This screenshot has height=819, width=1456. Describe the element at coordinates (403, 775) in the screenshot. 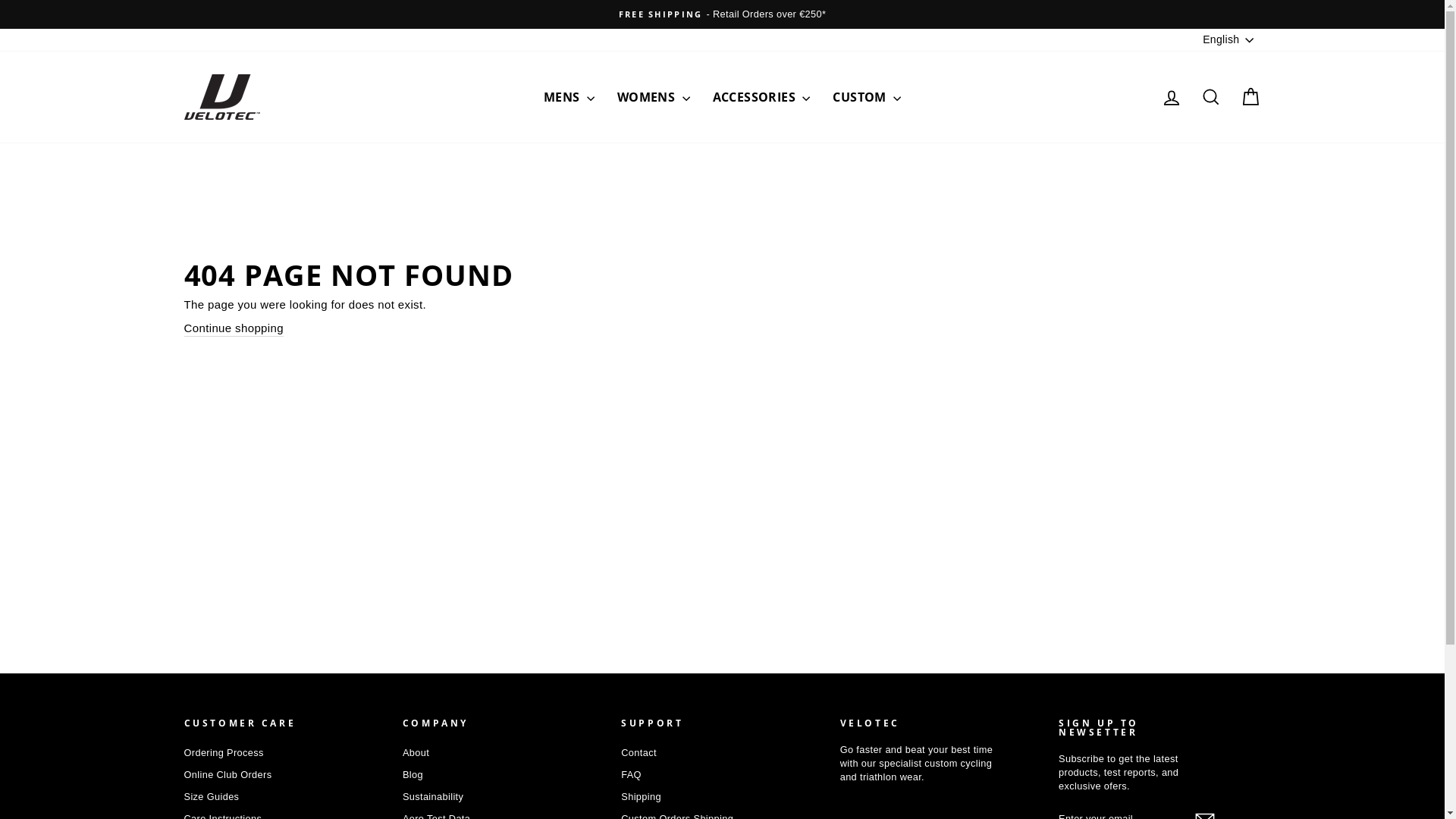

I see `'Blog'` at that location.